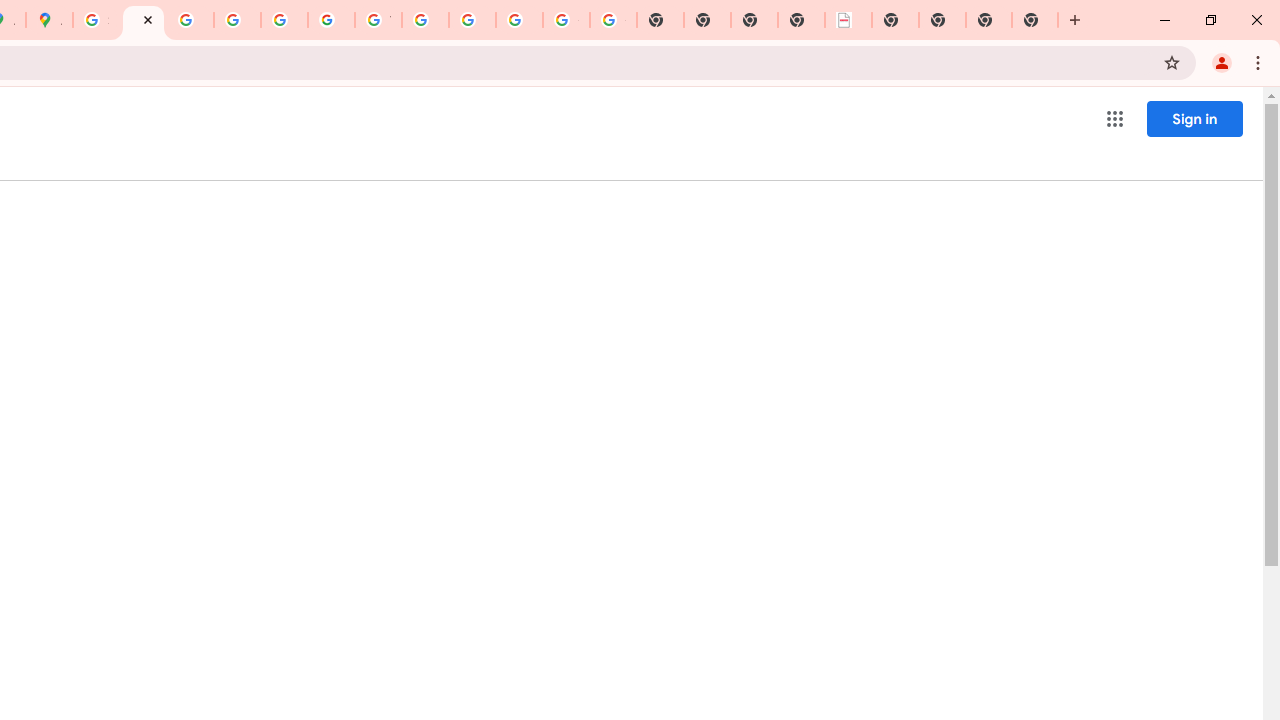 This screenshot has height=720, width=1280. What do you see at coordinates (190, 20) in the screenshot?
I see `'Privacy Help Center - Policies Help'` at bounding box center [190, 20].